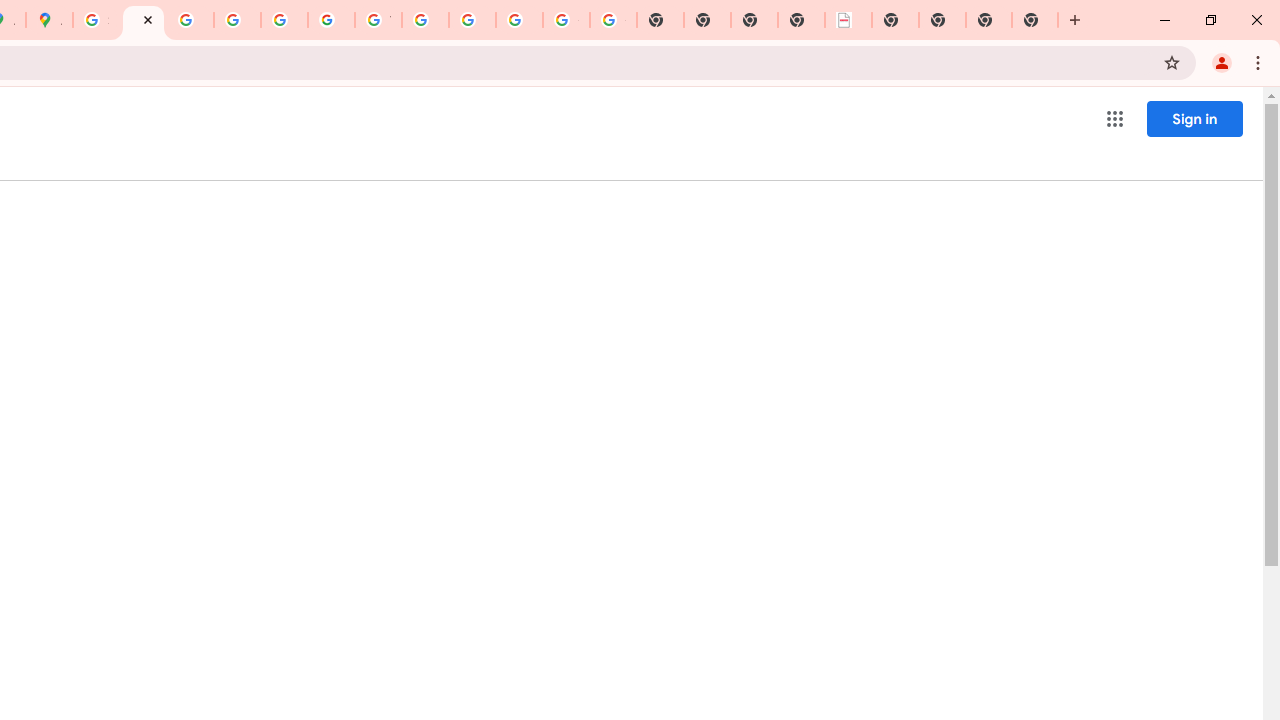 This screenshot has height=720, width=1280. What do you see at coordinates (190, 20) in the screenshot?
I see `'Privacy Help Center - Policies Help'` at bounding box center [190, 20].